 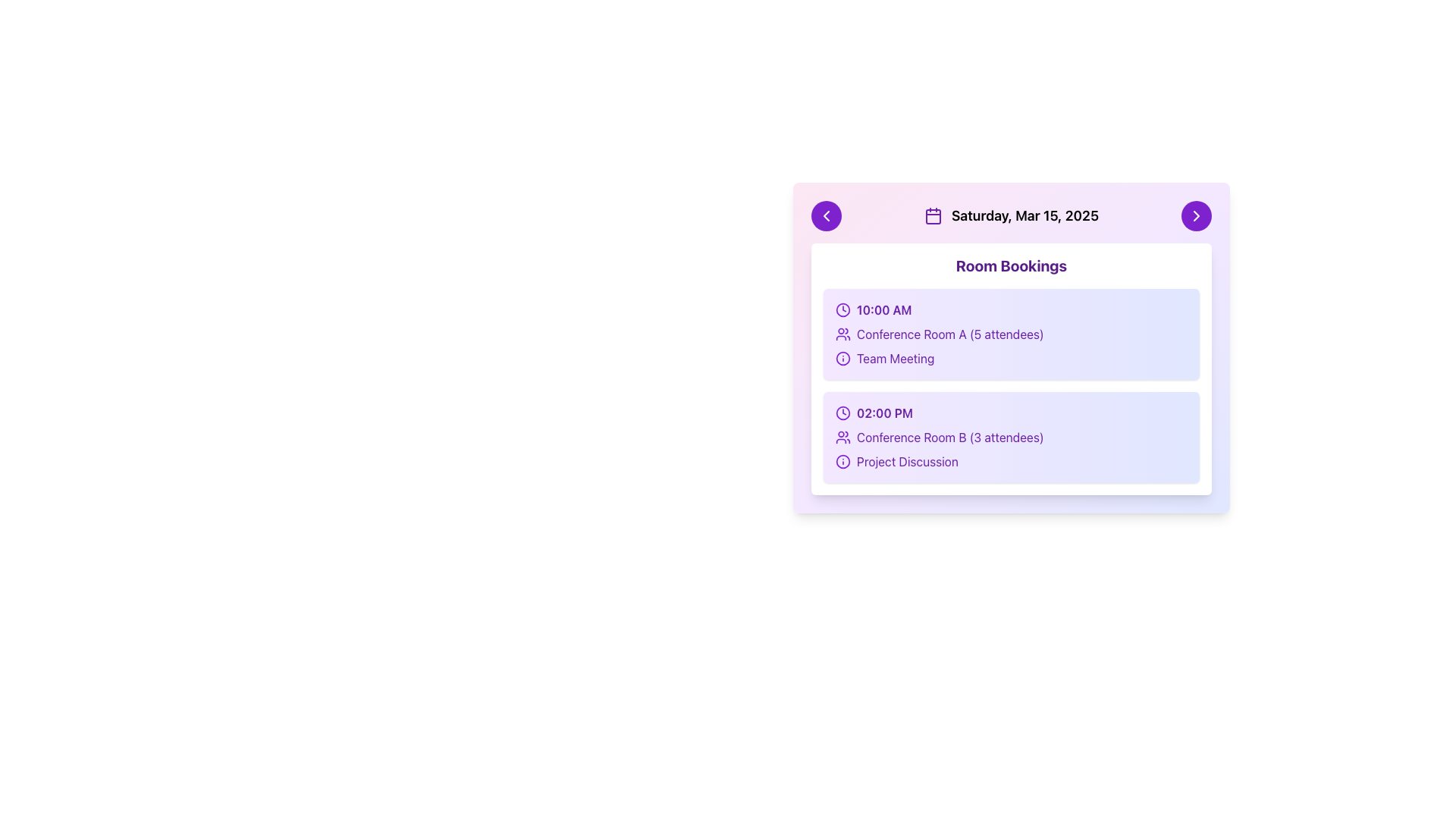 I want to click on the circular outline of the SVG clock icon, which is part of the room bookings UI, located to the left of the '02:00 PM' time entry, so click(x=843, y=413).